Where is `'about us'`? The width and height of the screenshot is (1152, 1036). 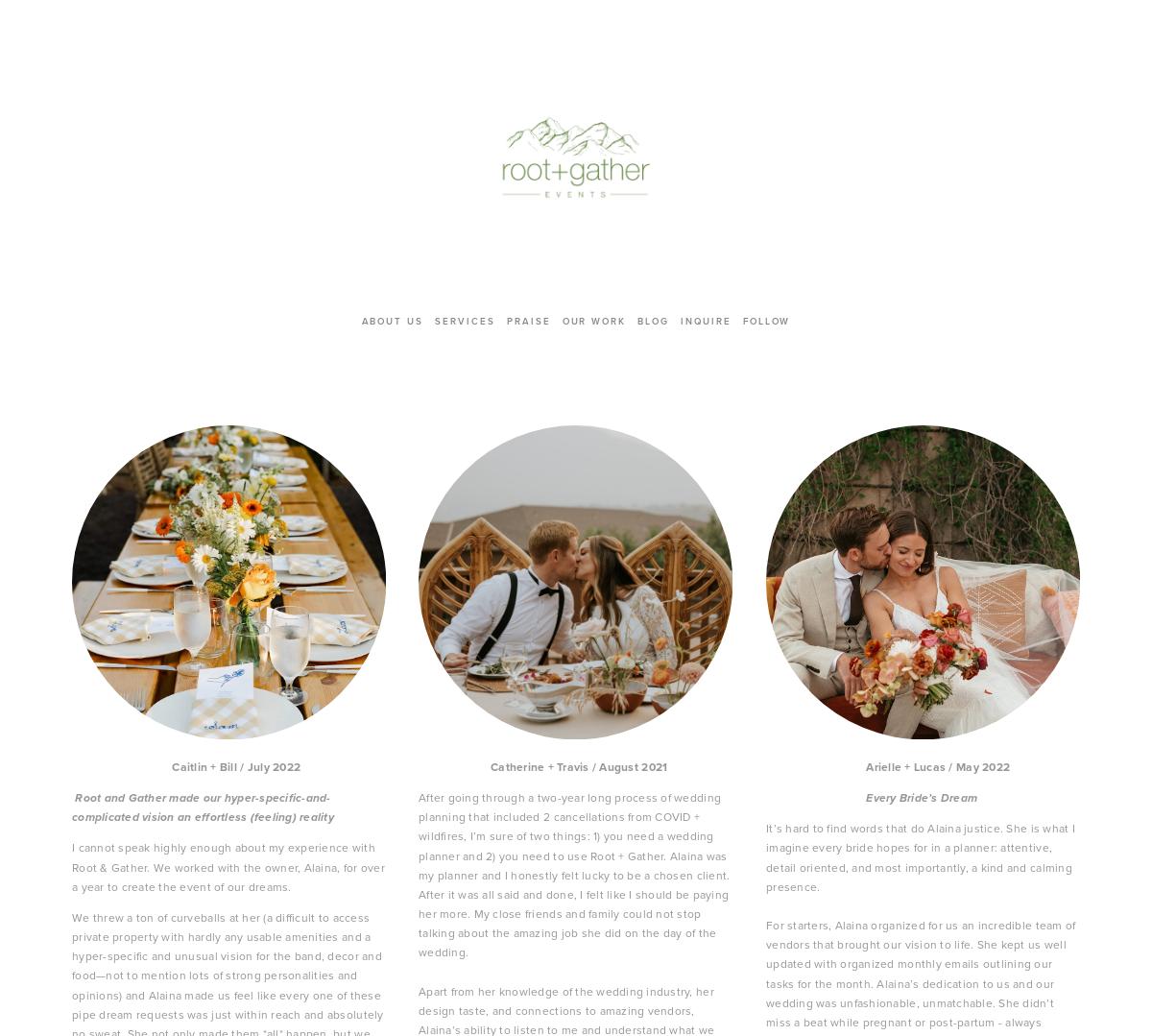 'about us' is located at coordinates (392, 321).